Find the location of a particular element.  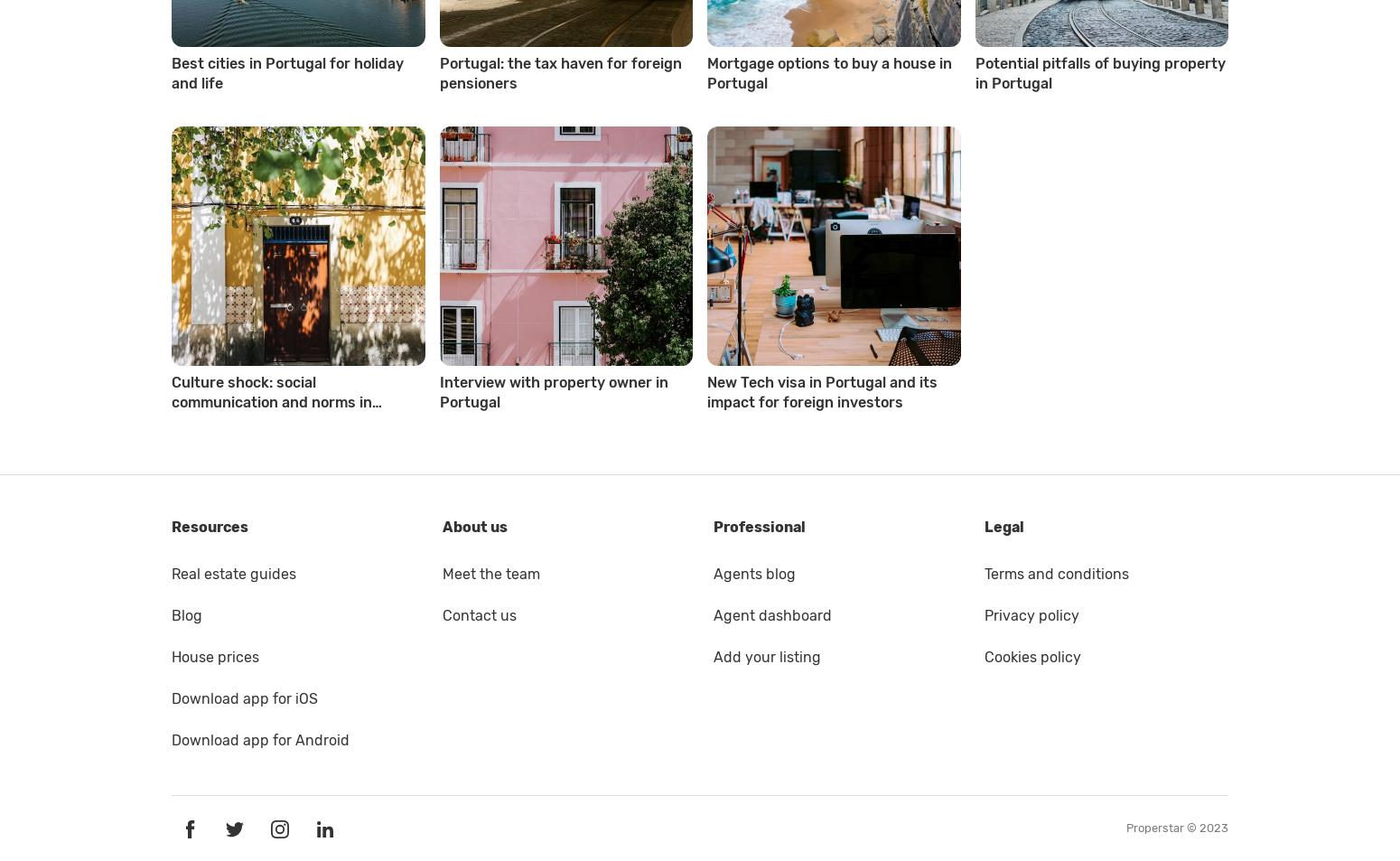

'Real estate guides' is located at coordinates (234, 573).